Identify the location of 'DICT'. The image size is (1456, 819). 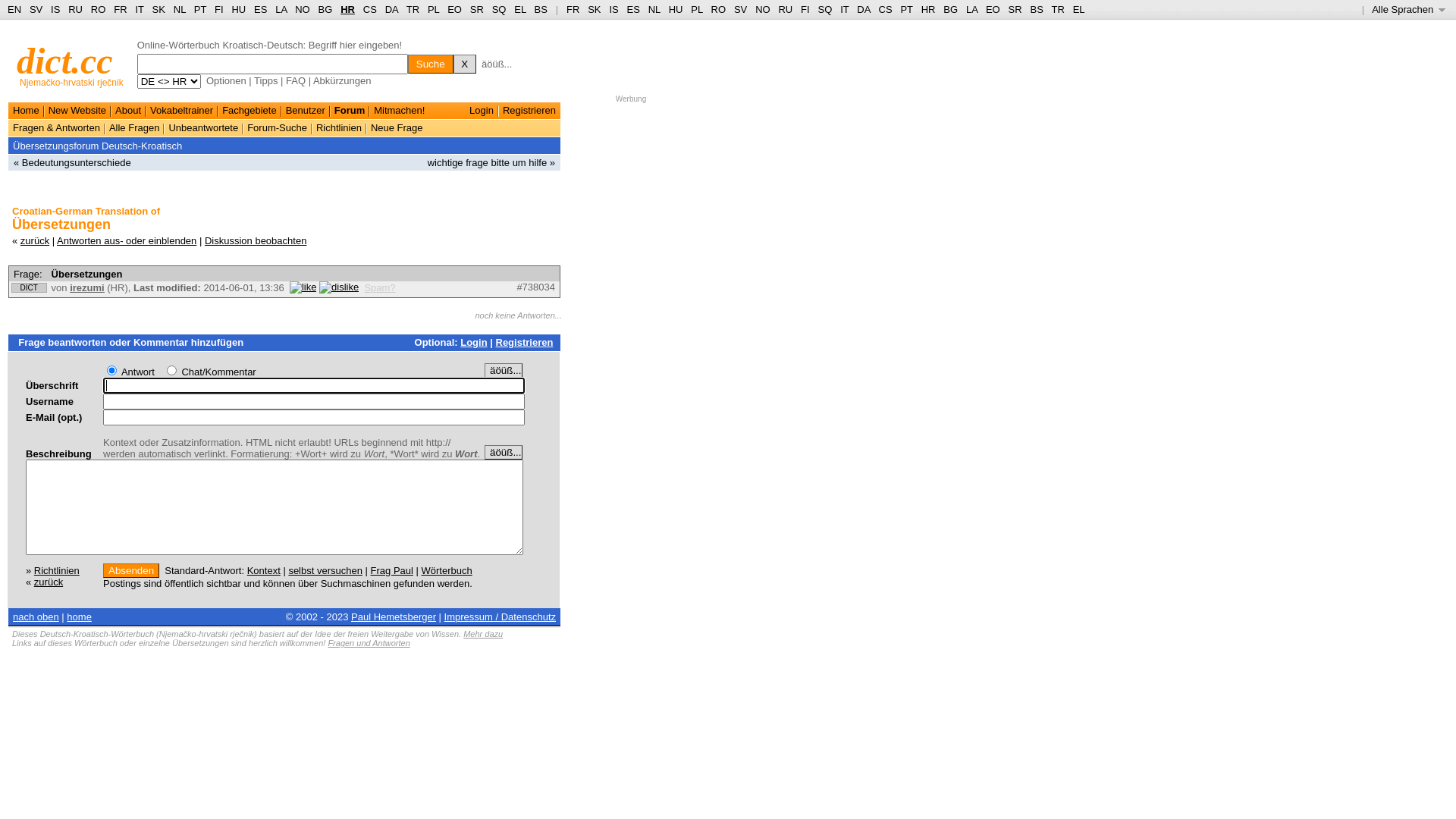
(29, 287).